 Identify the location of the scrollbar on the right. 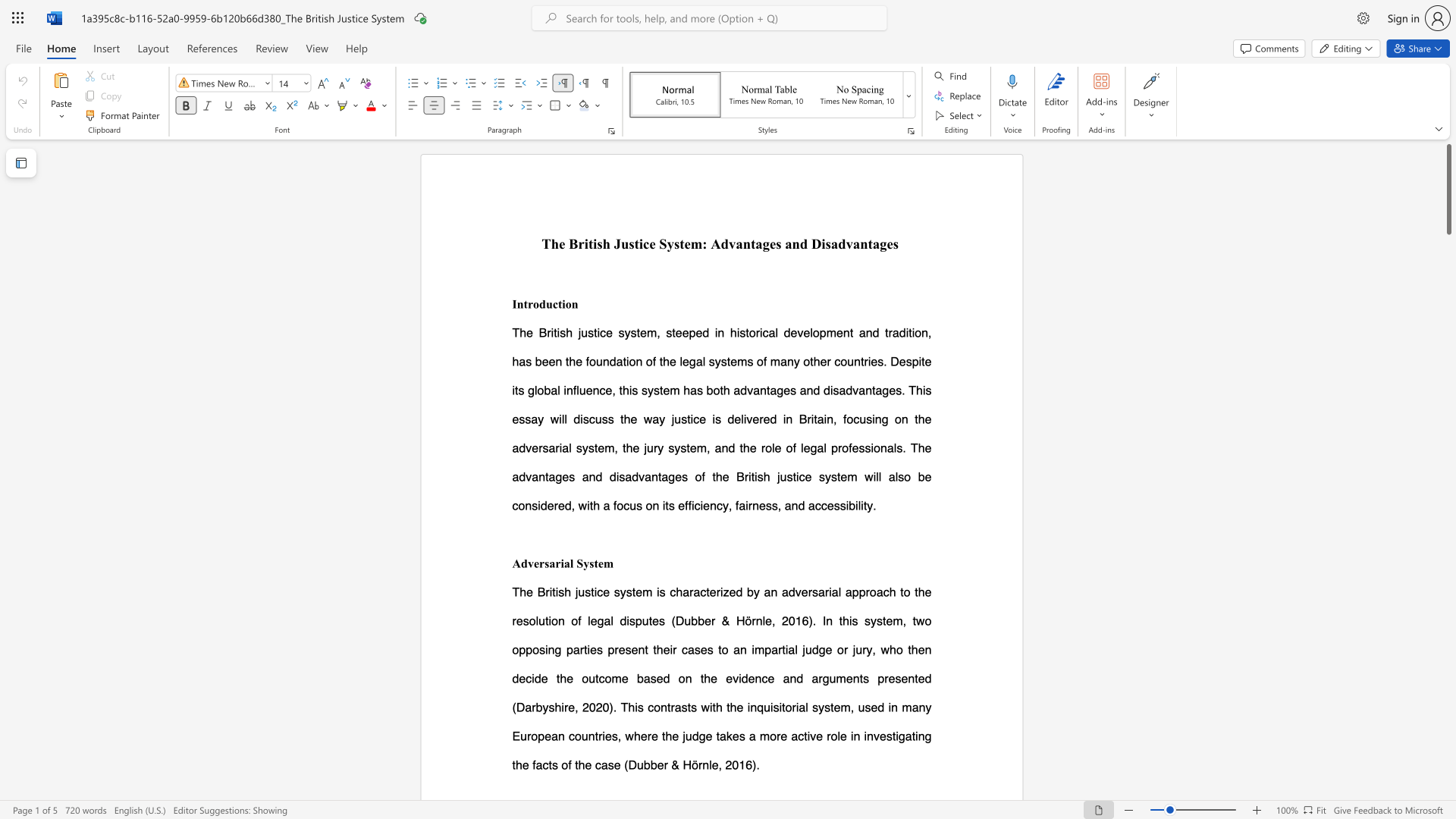
(1448, 461).